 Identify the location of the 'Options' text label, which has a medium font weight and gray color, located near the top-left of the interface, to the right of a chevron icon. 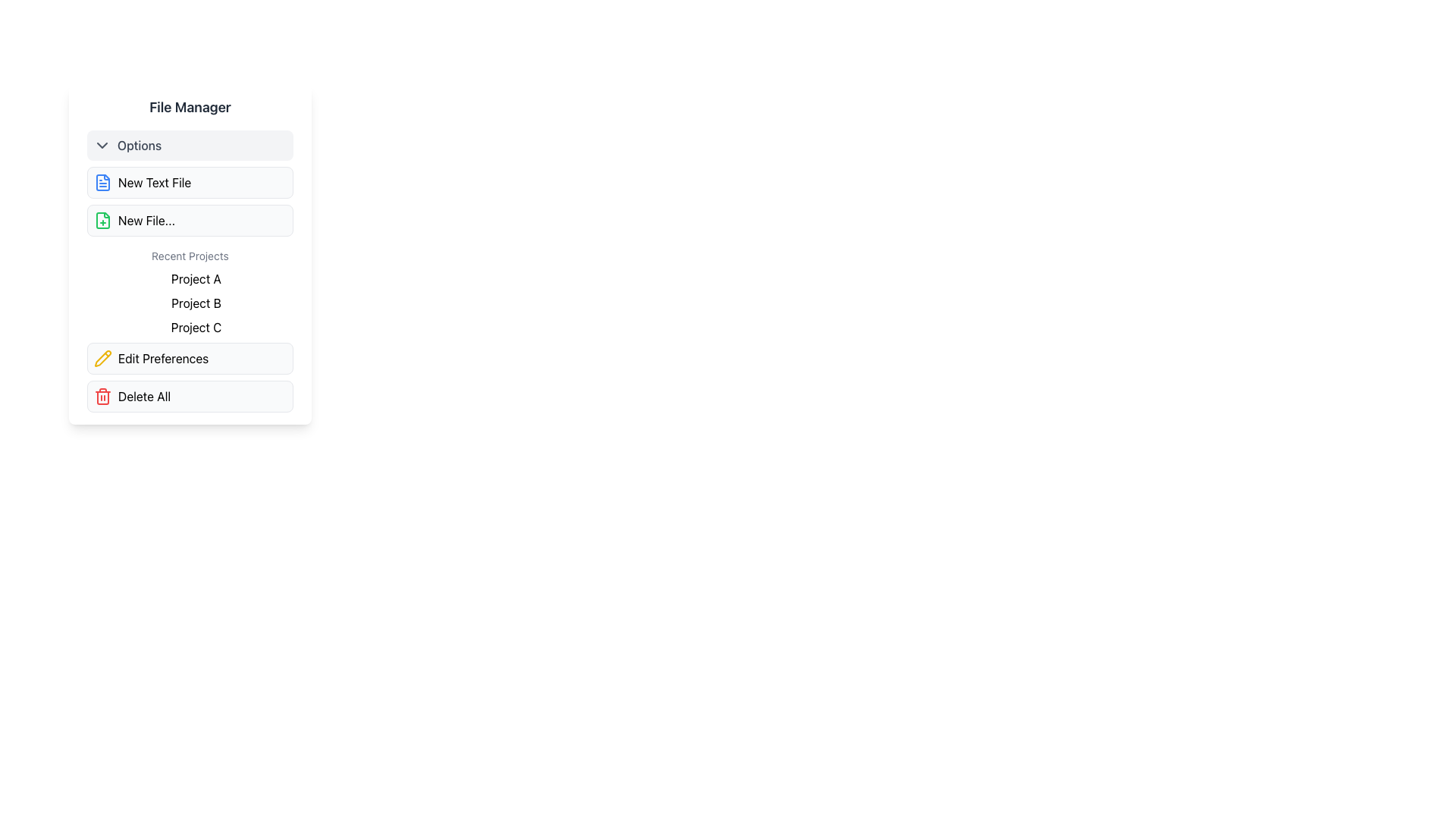
(140, 146).